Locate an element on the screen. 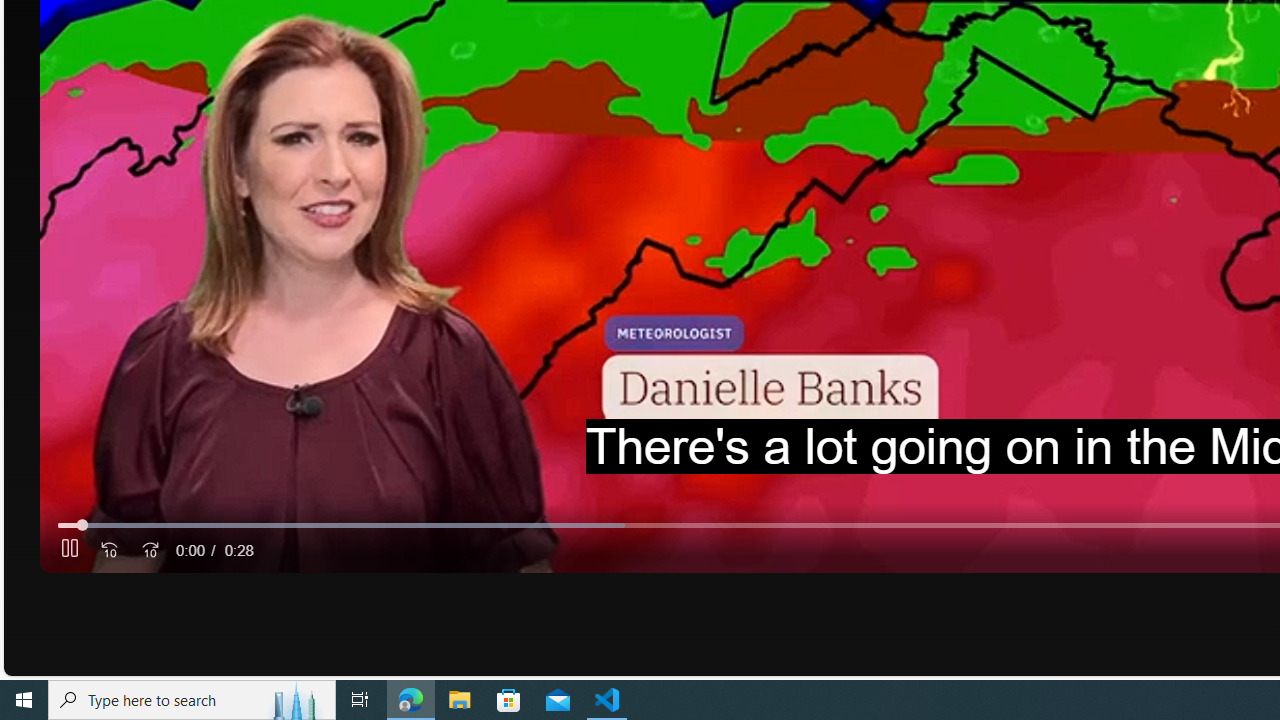 The height and width of the screenshot is (720, 1280). 'Seek Back' is located at coordinates (109, 550).